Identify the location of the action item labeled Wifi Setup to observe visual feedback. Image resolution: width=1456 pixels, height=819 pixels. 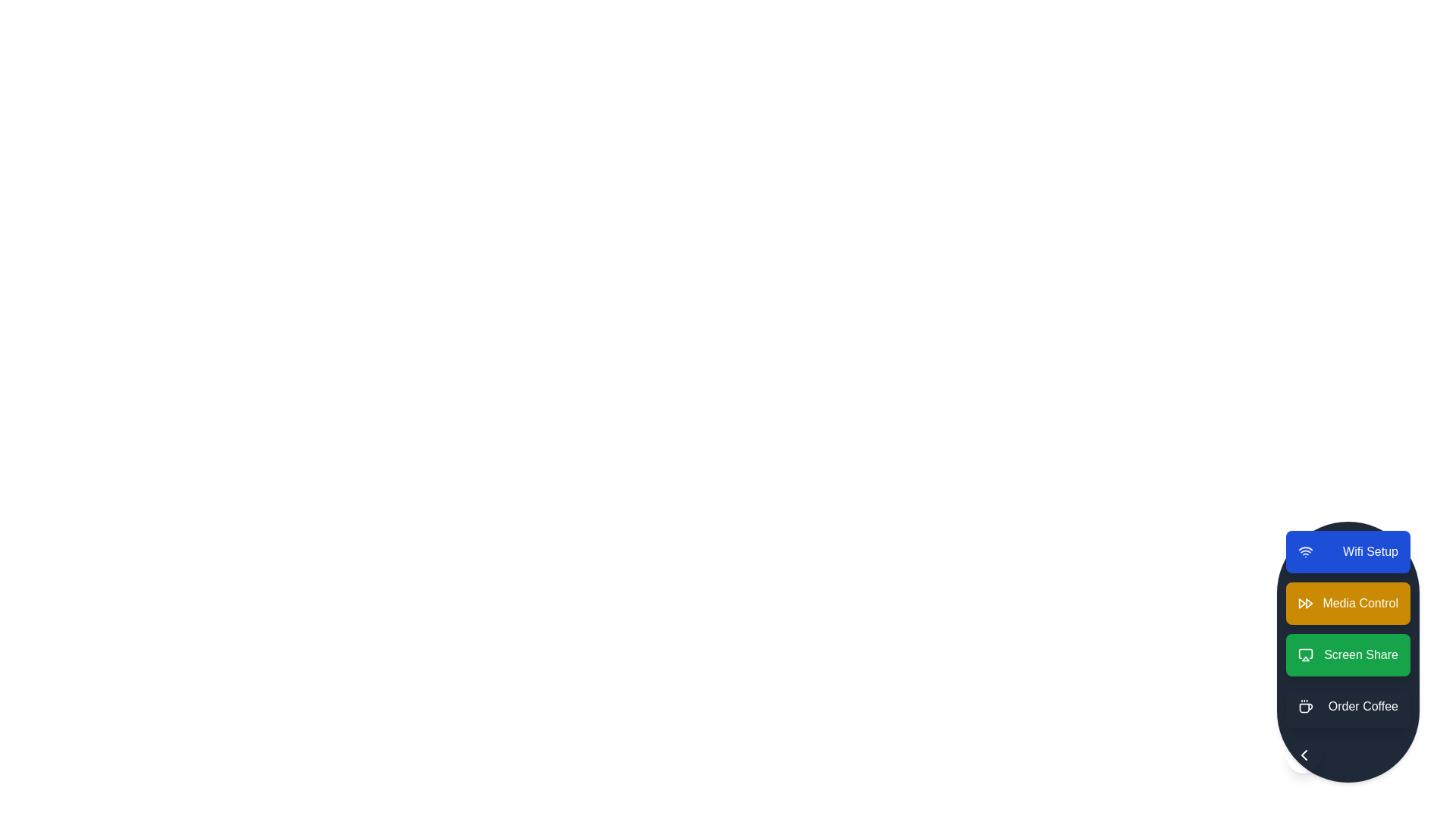
(1348, 552).